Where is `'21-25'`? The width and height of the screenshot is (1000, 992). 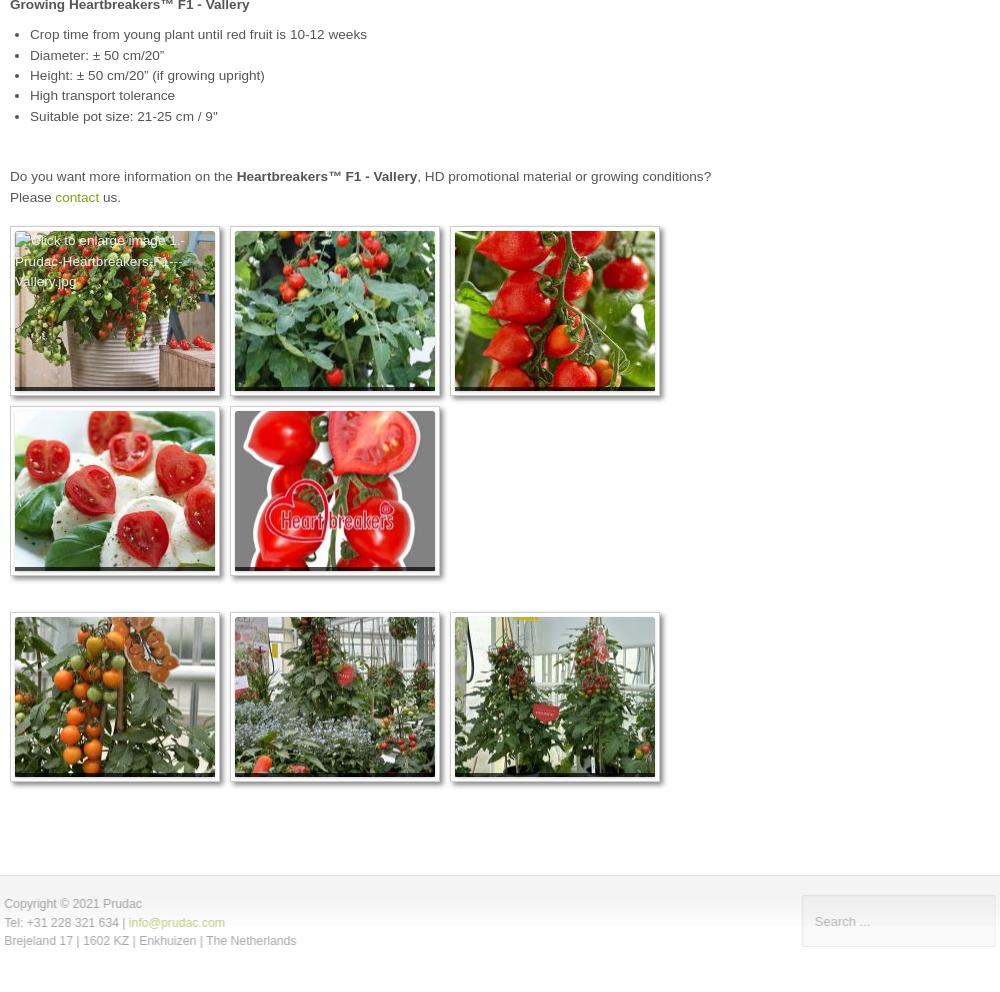 '21-25' is located at coordinates (154, 114).